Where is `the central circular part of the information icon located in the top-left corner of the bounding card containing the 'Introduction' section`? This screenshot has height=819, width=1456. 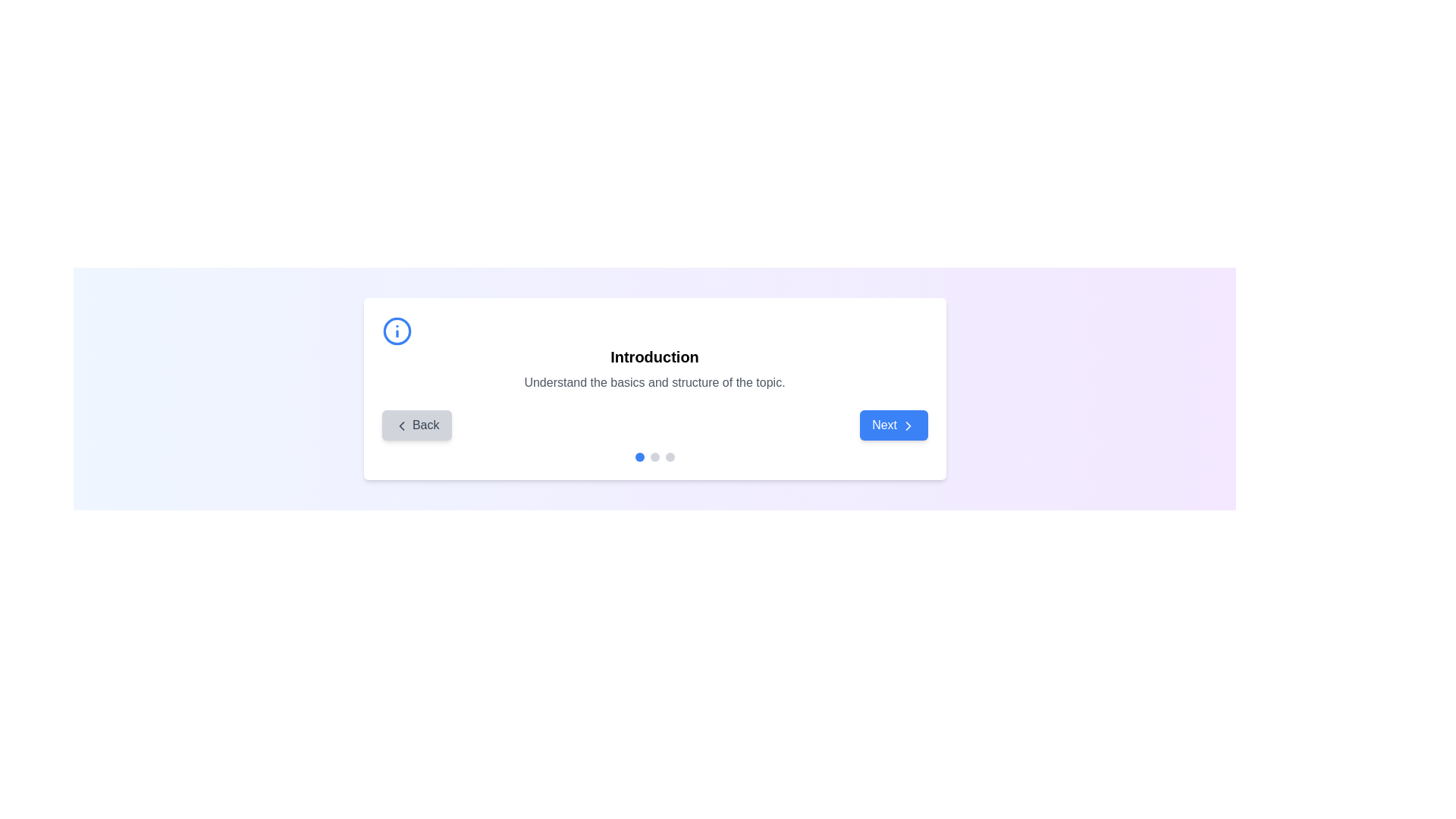 the central circular part of the information icon located in the top-left corner of the bounding card containing the 'Introduction' section is located at coordinates (397, 330).